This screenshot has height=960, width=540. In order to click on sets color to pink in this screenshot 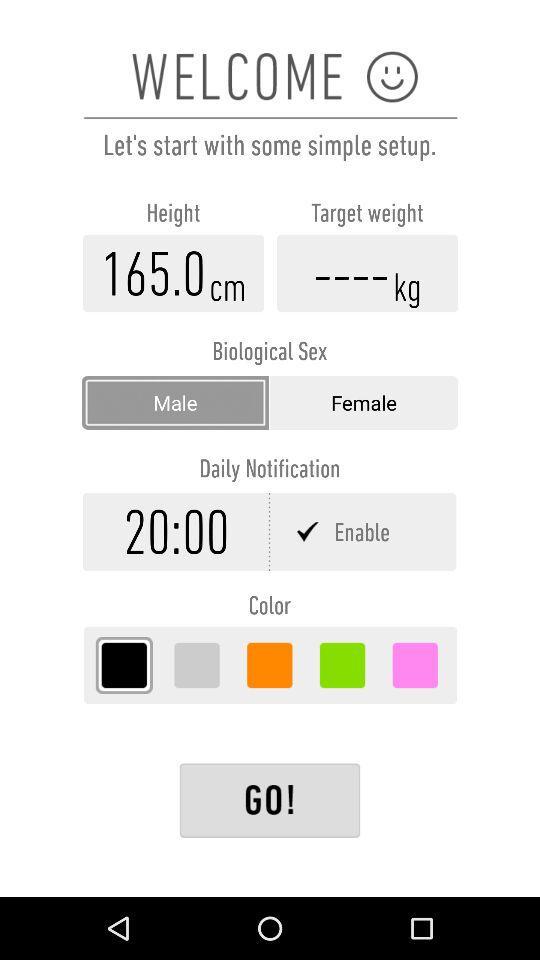, I will do `click(414, 665)`.